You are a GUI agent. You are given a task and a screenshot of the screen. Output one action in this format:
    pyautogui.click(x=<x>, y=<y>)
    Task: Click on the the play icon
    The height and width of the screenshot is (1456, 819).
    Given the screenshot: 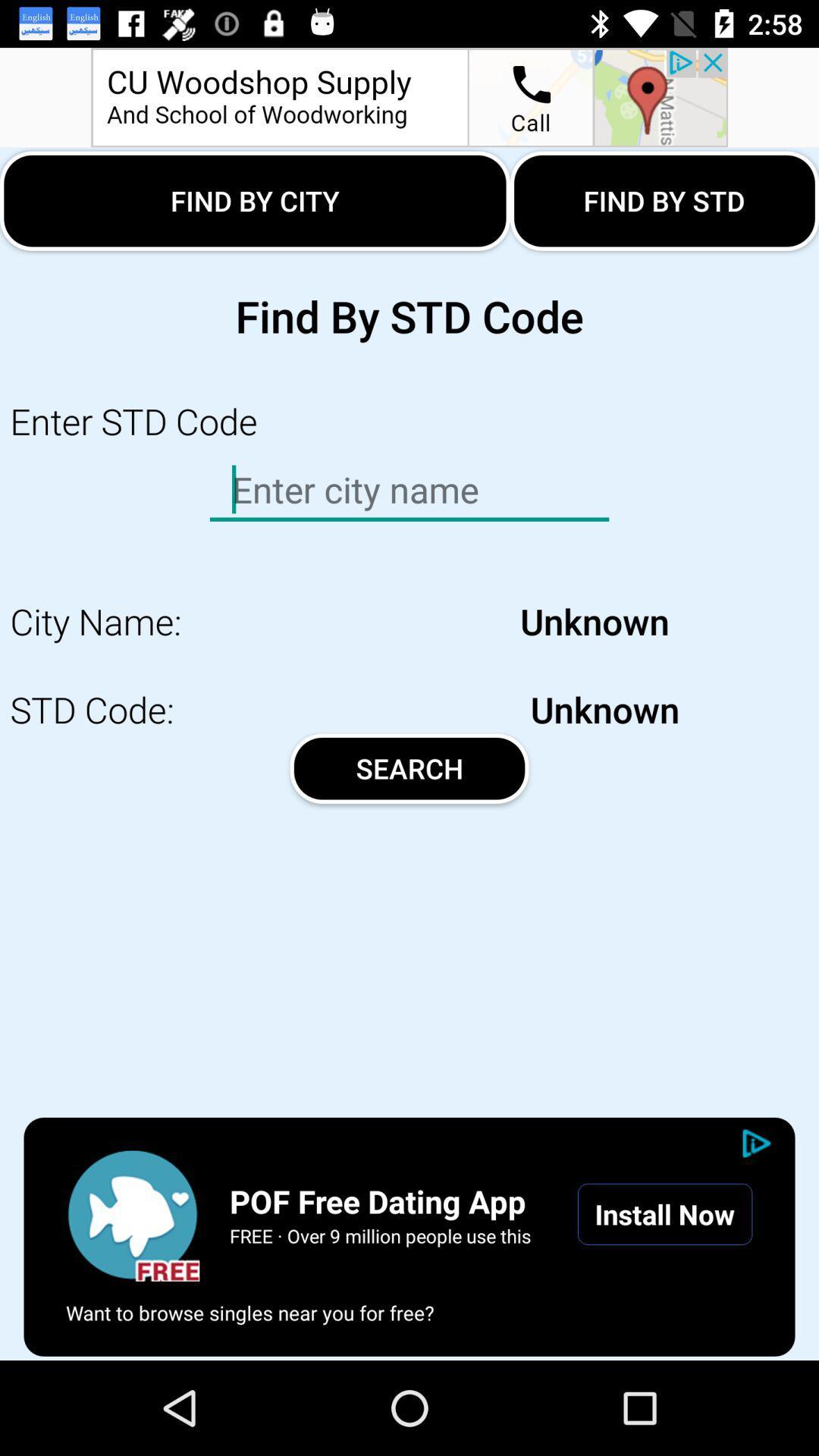 What is the action you would take?
    pyautogui.click(x=132, y=1214)
    